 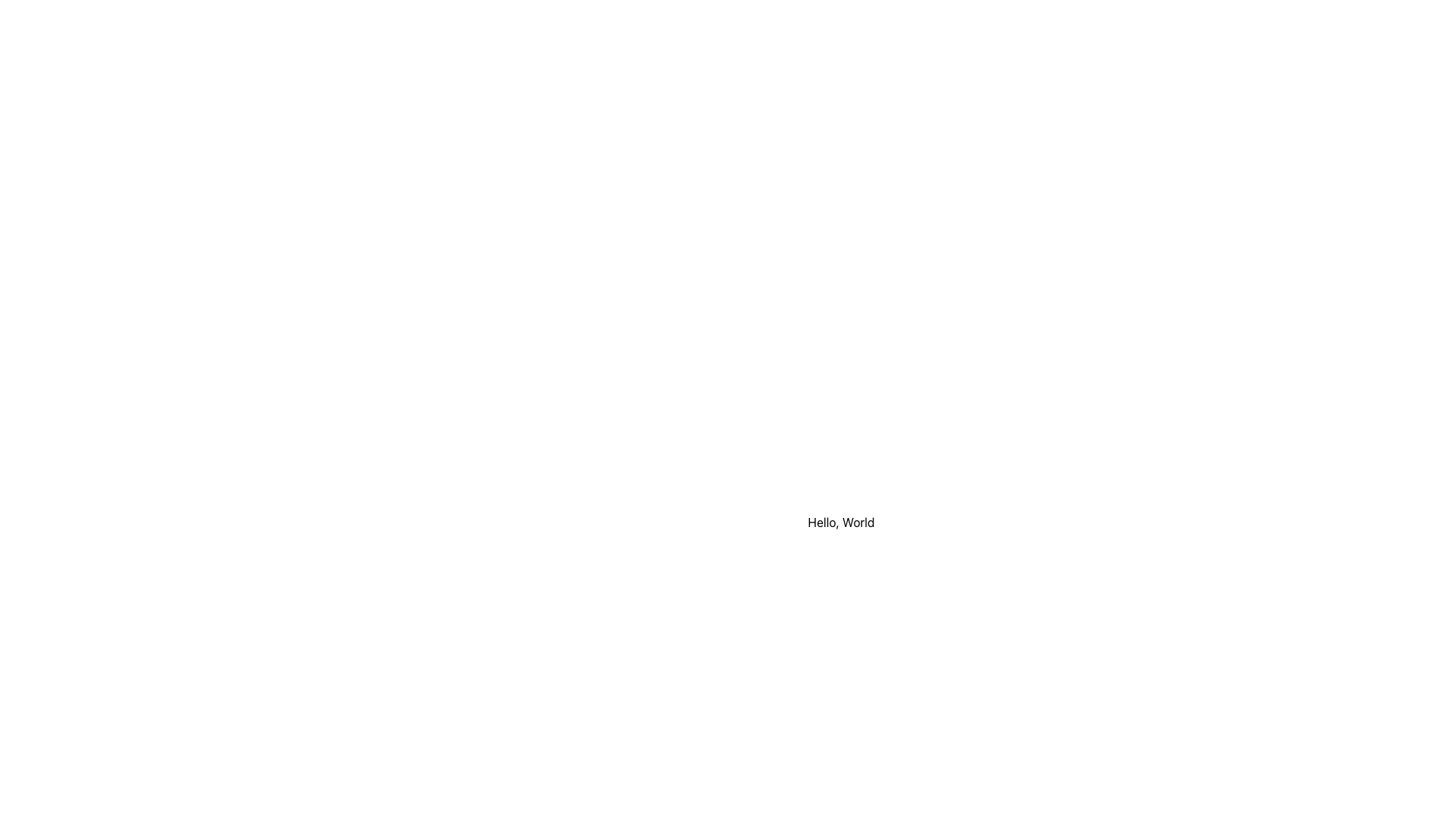 I want to click on text displayed in the Text Display element that shows 'Hello, World.', so click(x=840, y=522).